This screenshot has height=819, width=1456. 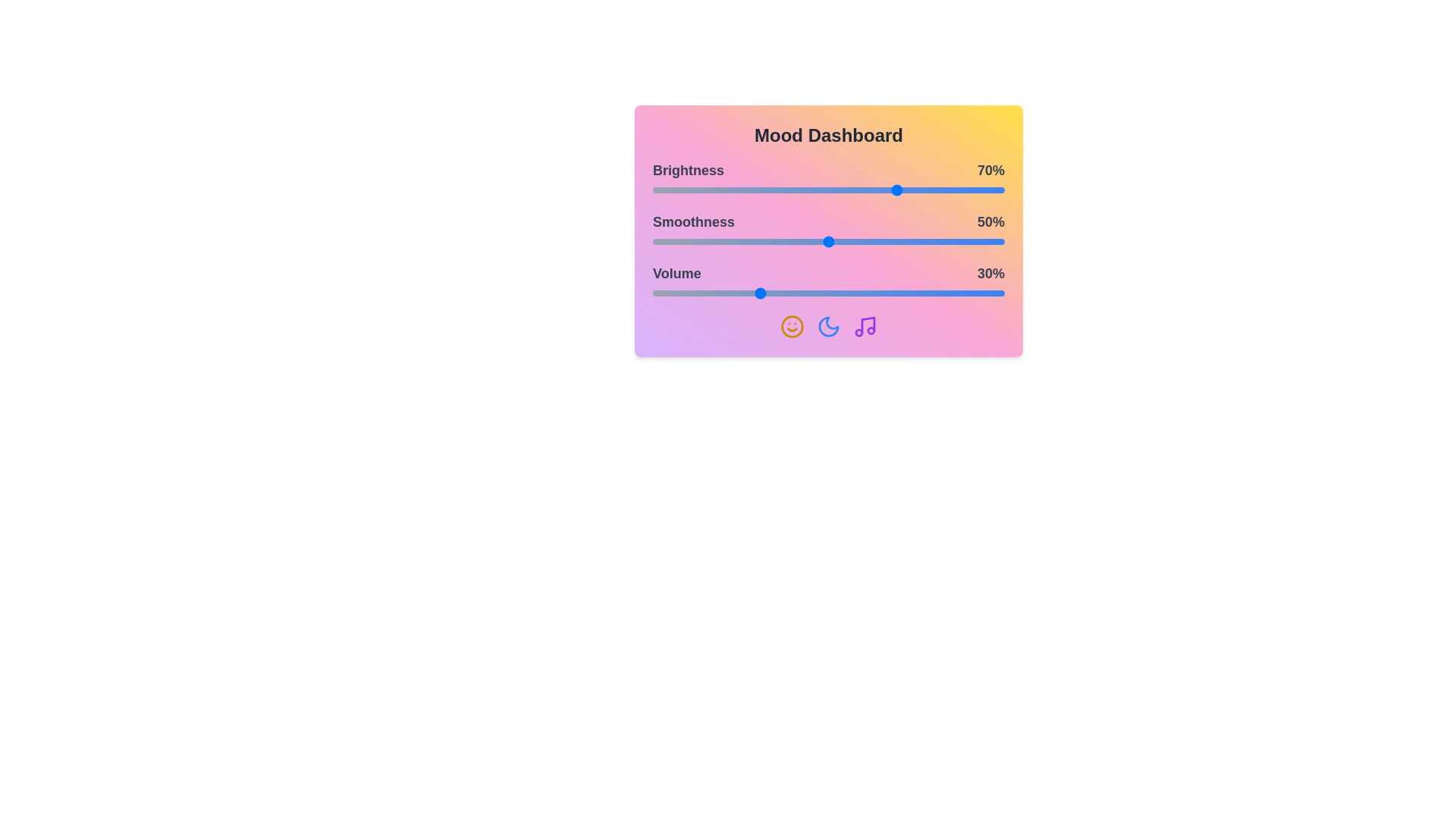 What do you see at coordinates (758, 241) in the screenshot?
I see `the 1 slider to 30%` at bounding box center [758, 241].